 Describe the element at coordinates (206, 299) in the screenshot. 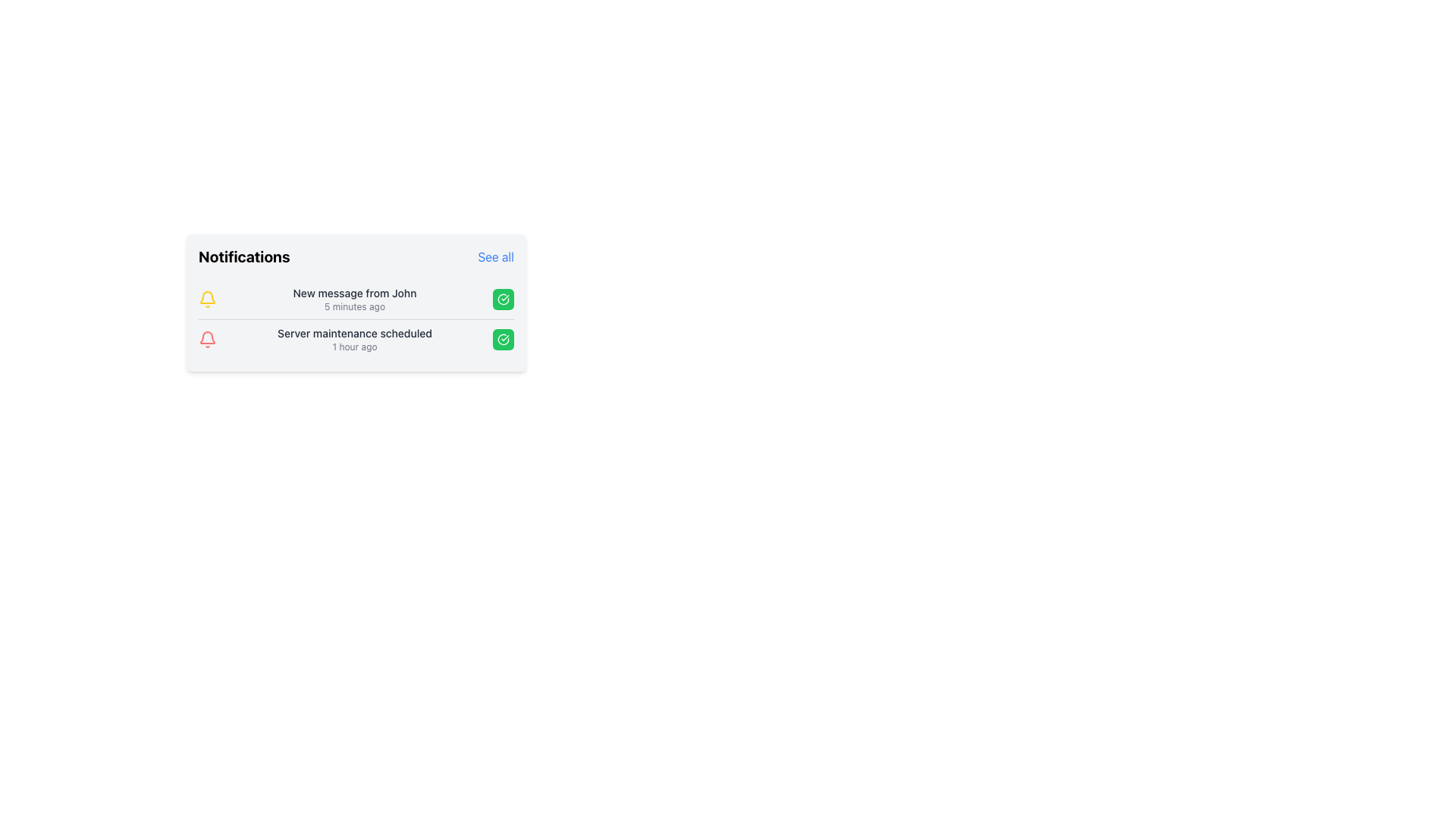

I see `the notification indicator icon located on the left side of the notification item that signals a new message from John, which is positioned within the upper entry of the Notifications list` at that location.